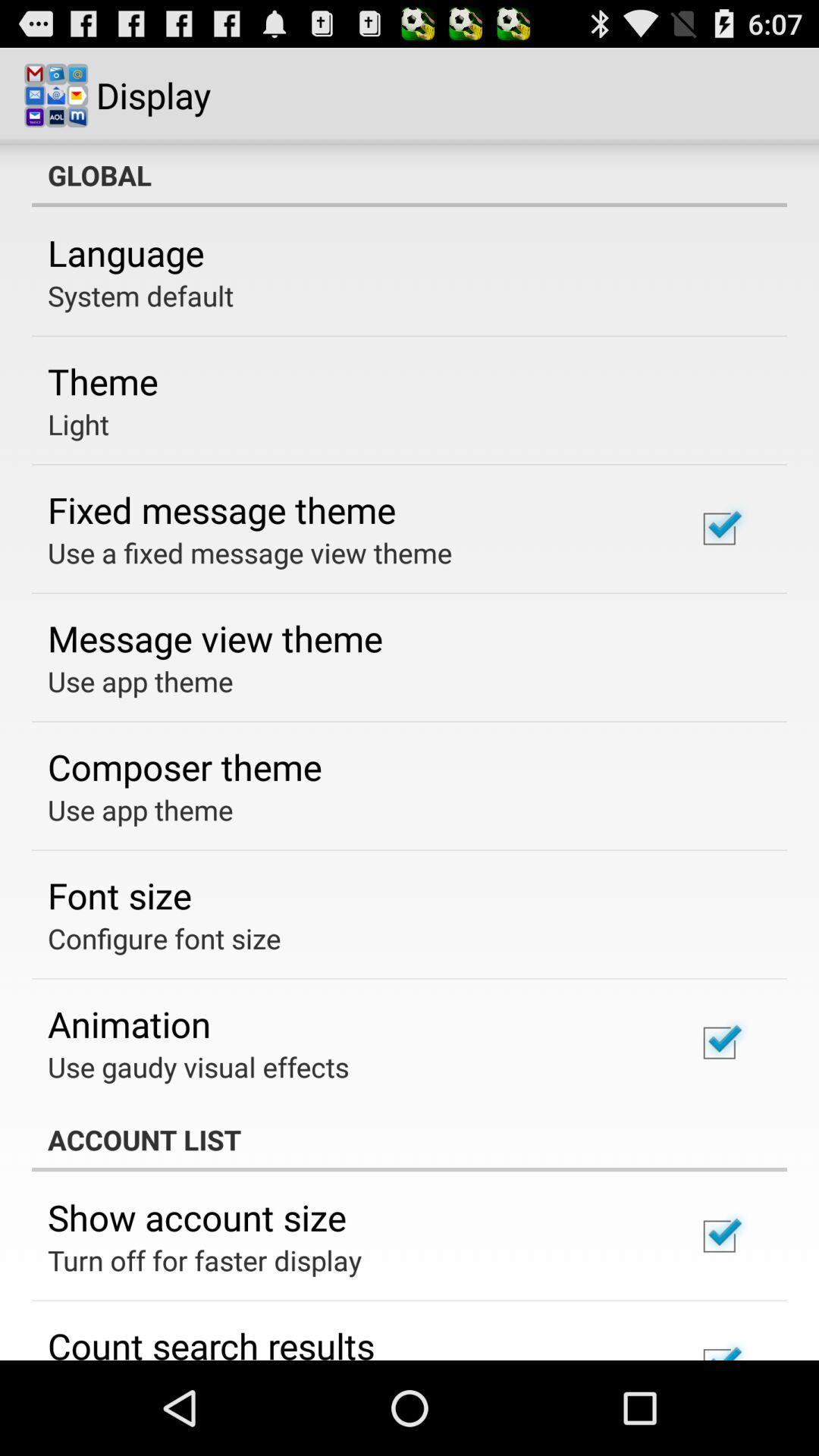 Image resolution: width=819 pixels, height=1456 pixels. I want to click on icon above use gaudy visual icon, so click(128, 1024).